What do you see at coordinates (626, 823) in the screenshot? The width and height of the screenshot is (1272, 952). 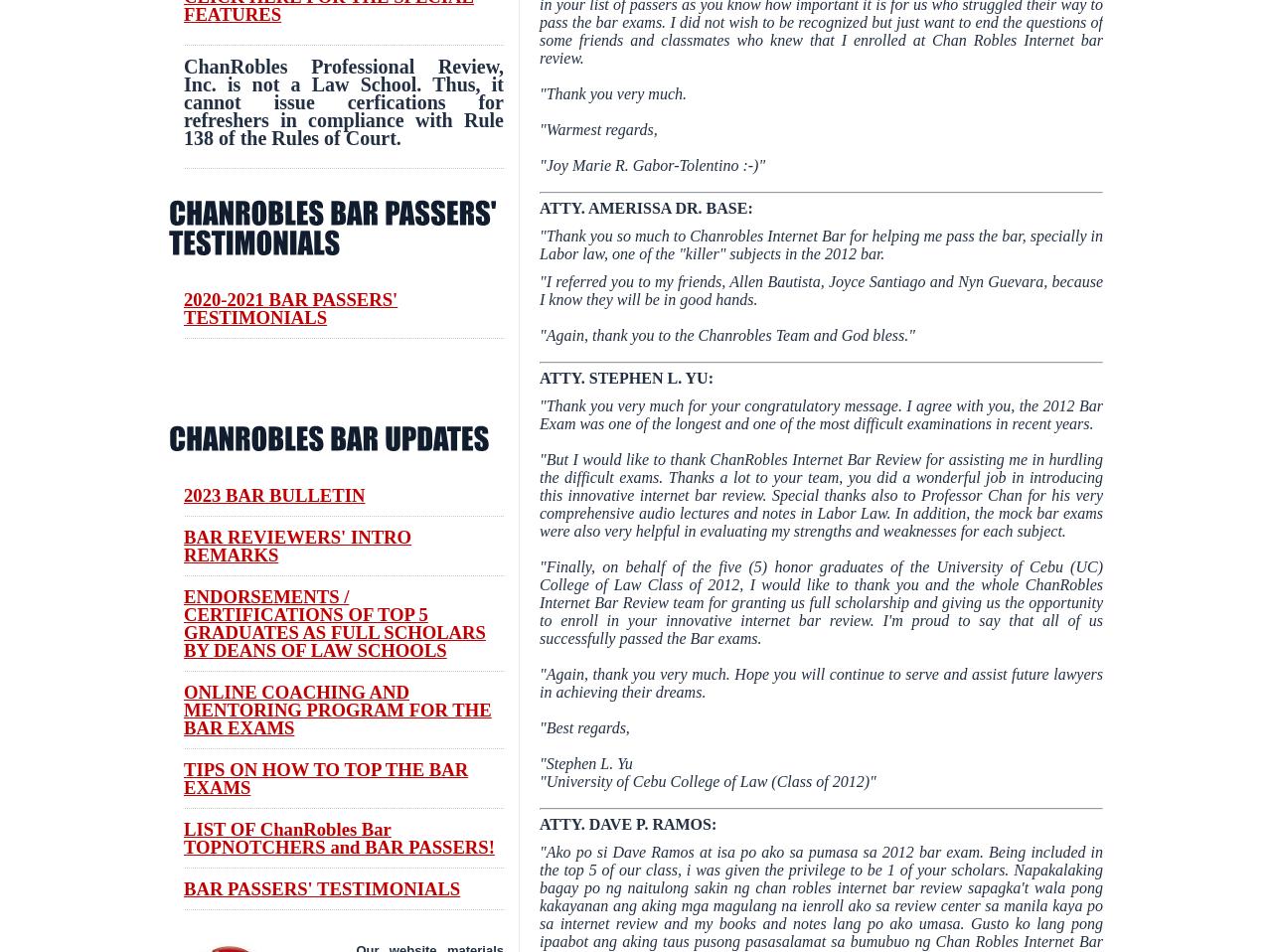 I see `'ATTY. DAVE P. RAMOS:'` at bounding box center [626, 823].